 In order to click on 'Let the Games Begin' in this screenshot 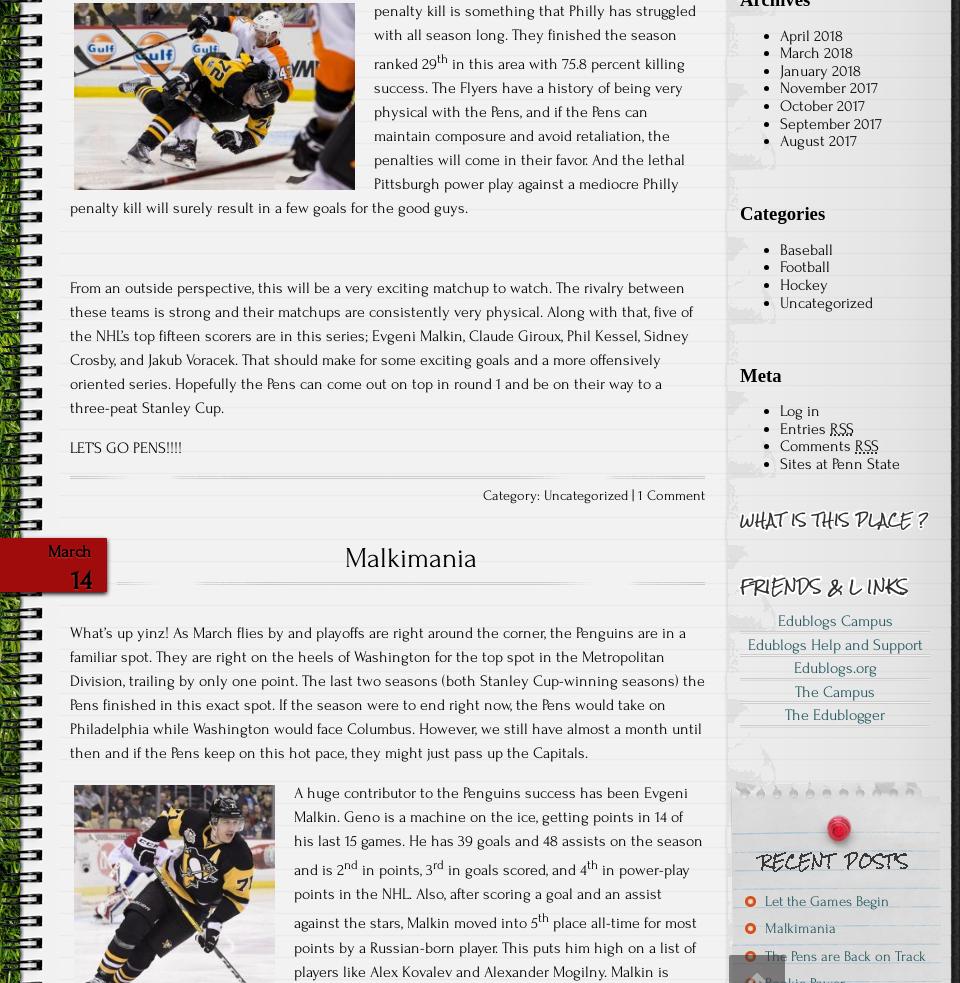, I will do `click(827, 900)`.